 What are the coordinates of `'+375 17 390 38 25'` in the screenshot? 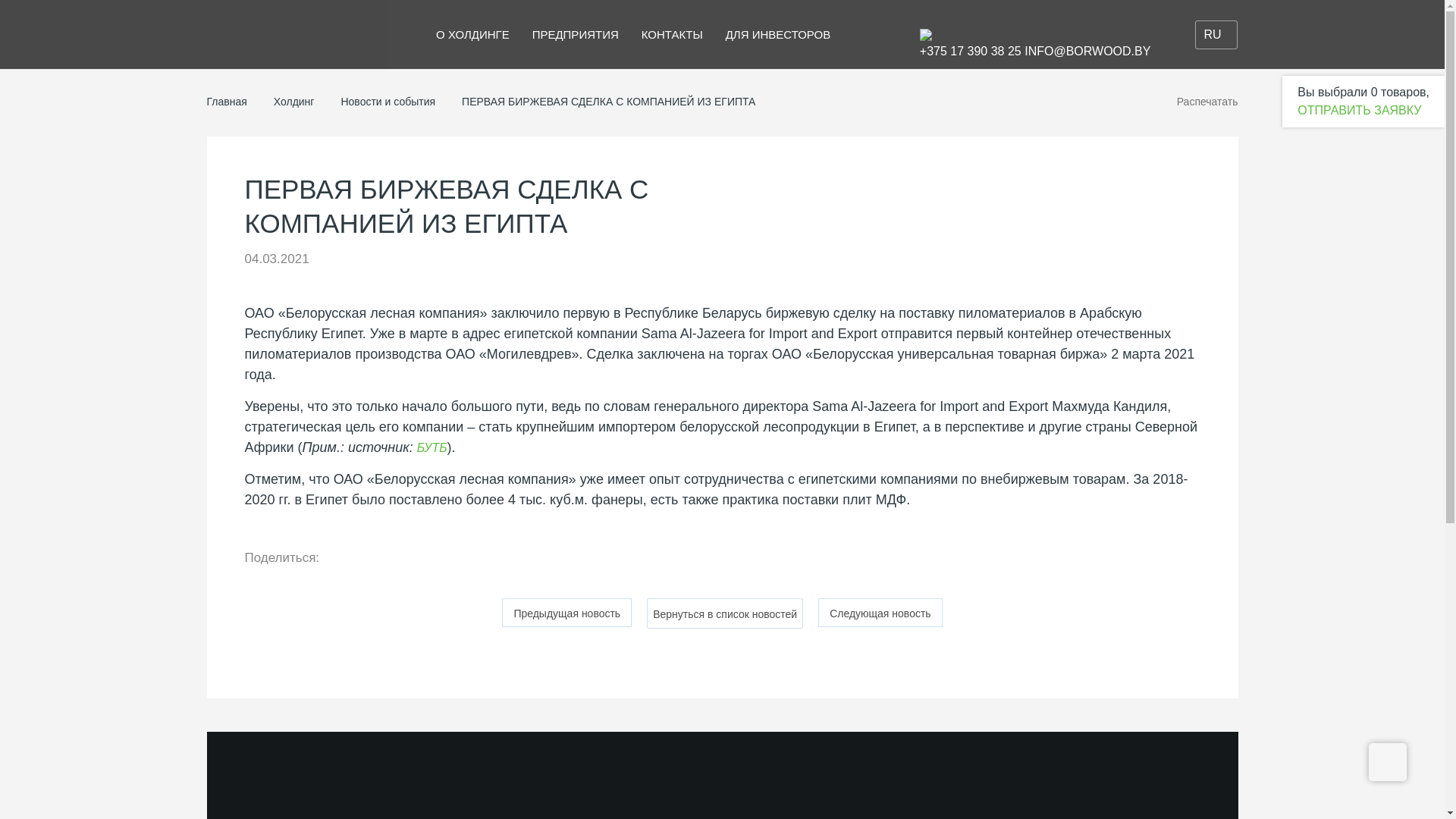 It's located at (971, 50).